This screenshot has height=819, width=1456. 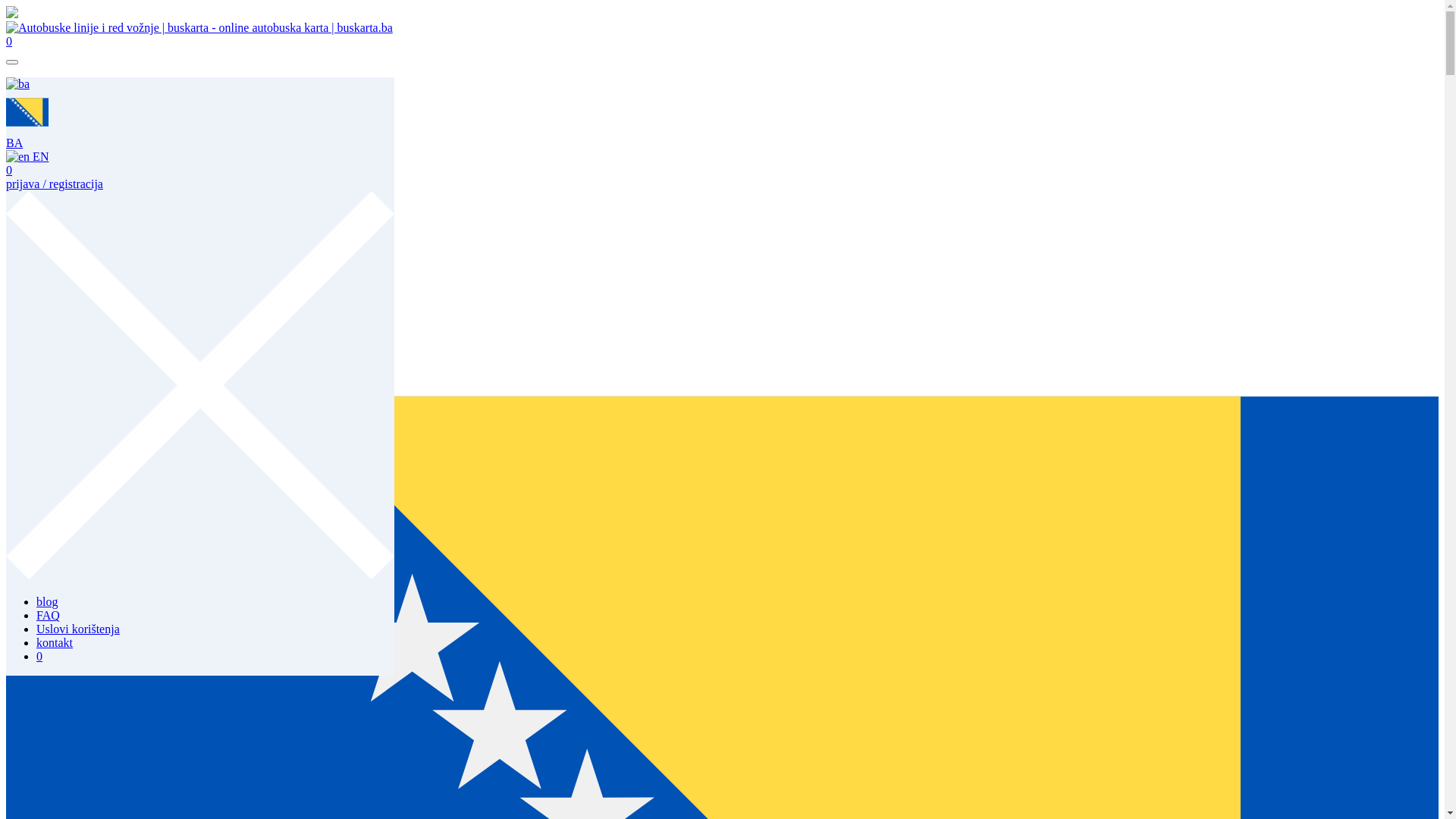 I want to click on 'FAQ', so click(x=36, y=615).